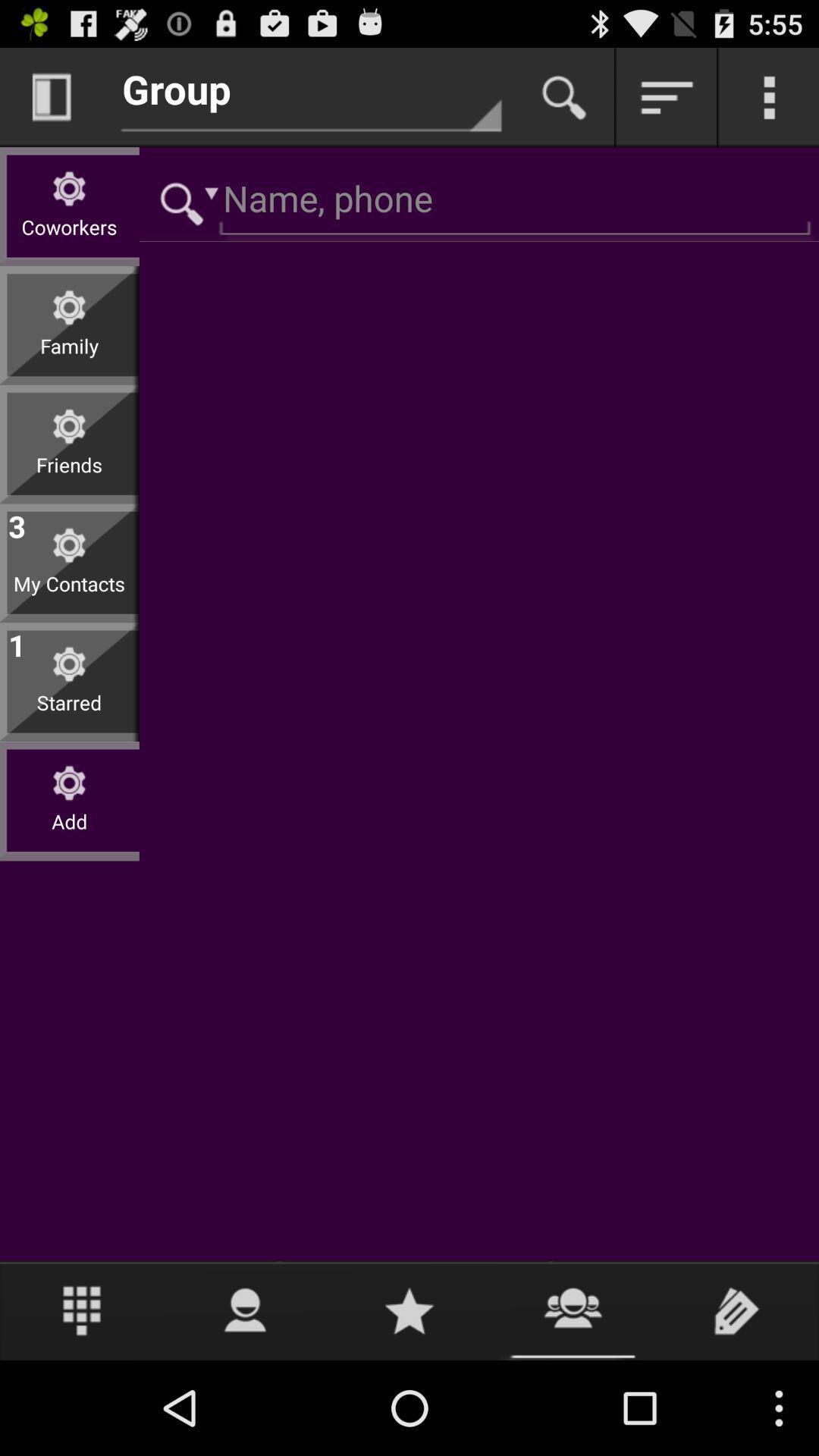 Image resolution: width=819 pixels, height=1456 pixels. What do you see at coordinates (564, 96) in the screenshot?
I see `button for start search` at bounding box center [564, 96].